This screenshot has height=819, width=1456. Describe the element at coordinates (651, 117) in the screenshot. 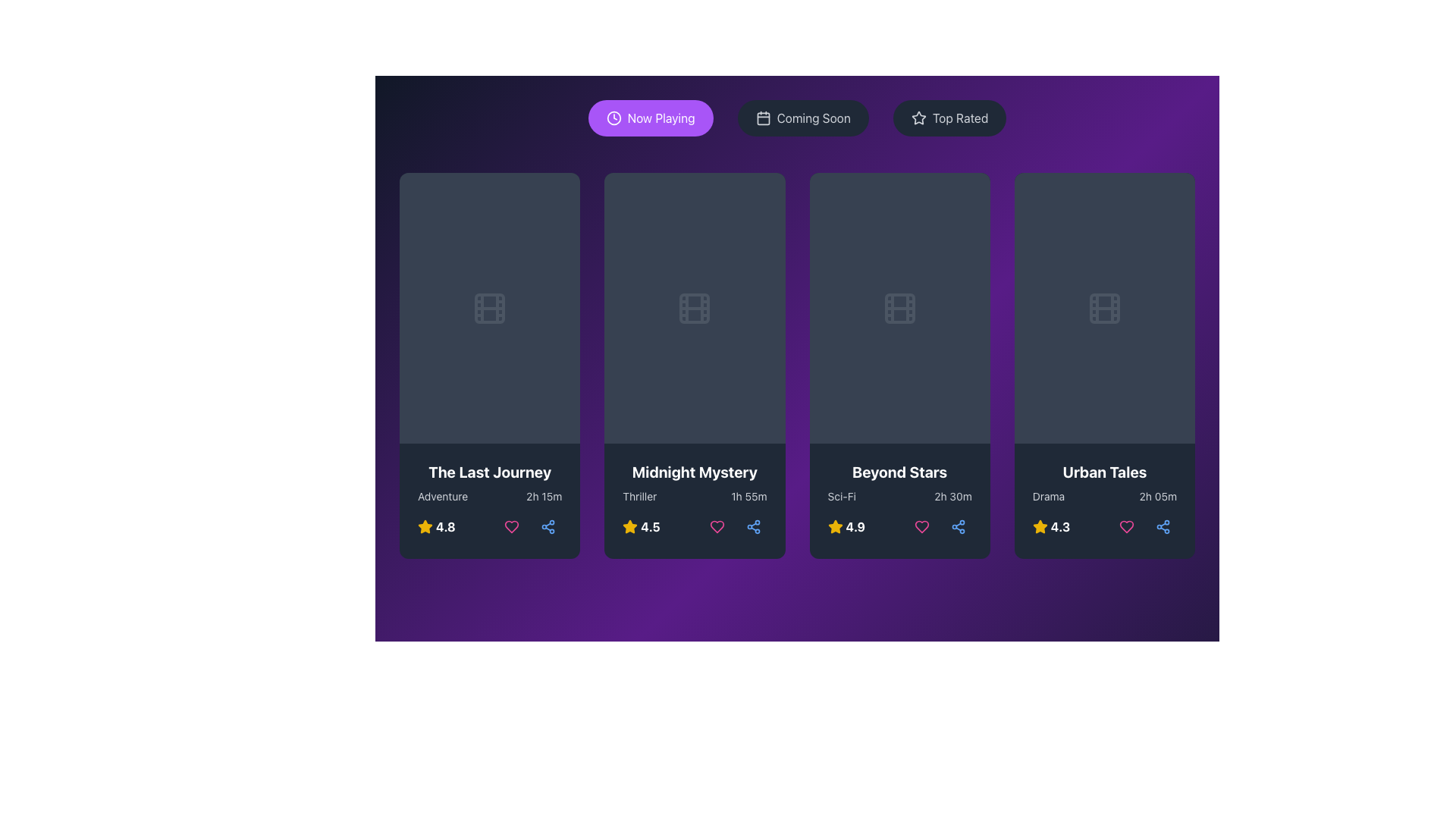

I see `the 'Now Playing' button, which has a purple background, rounded edges, and contains a white clock icon followed by the text 'Now Playing'` at that location.